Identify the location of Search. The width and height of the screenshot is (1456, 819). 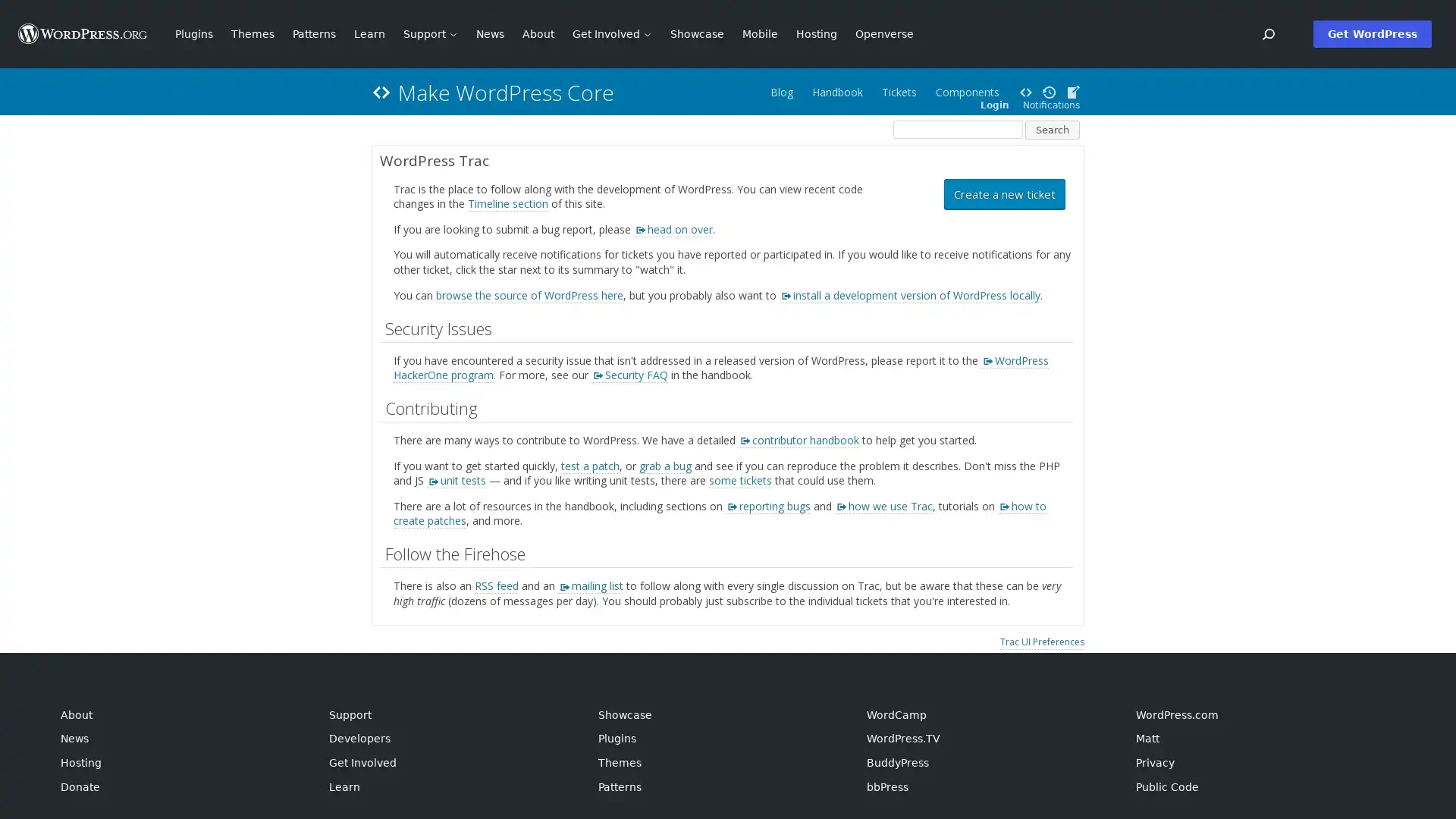
(1051, 129).